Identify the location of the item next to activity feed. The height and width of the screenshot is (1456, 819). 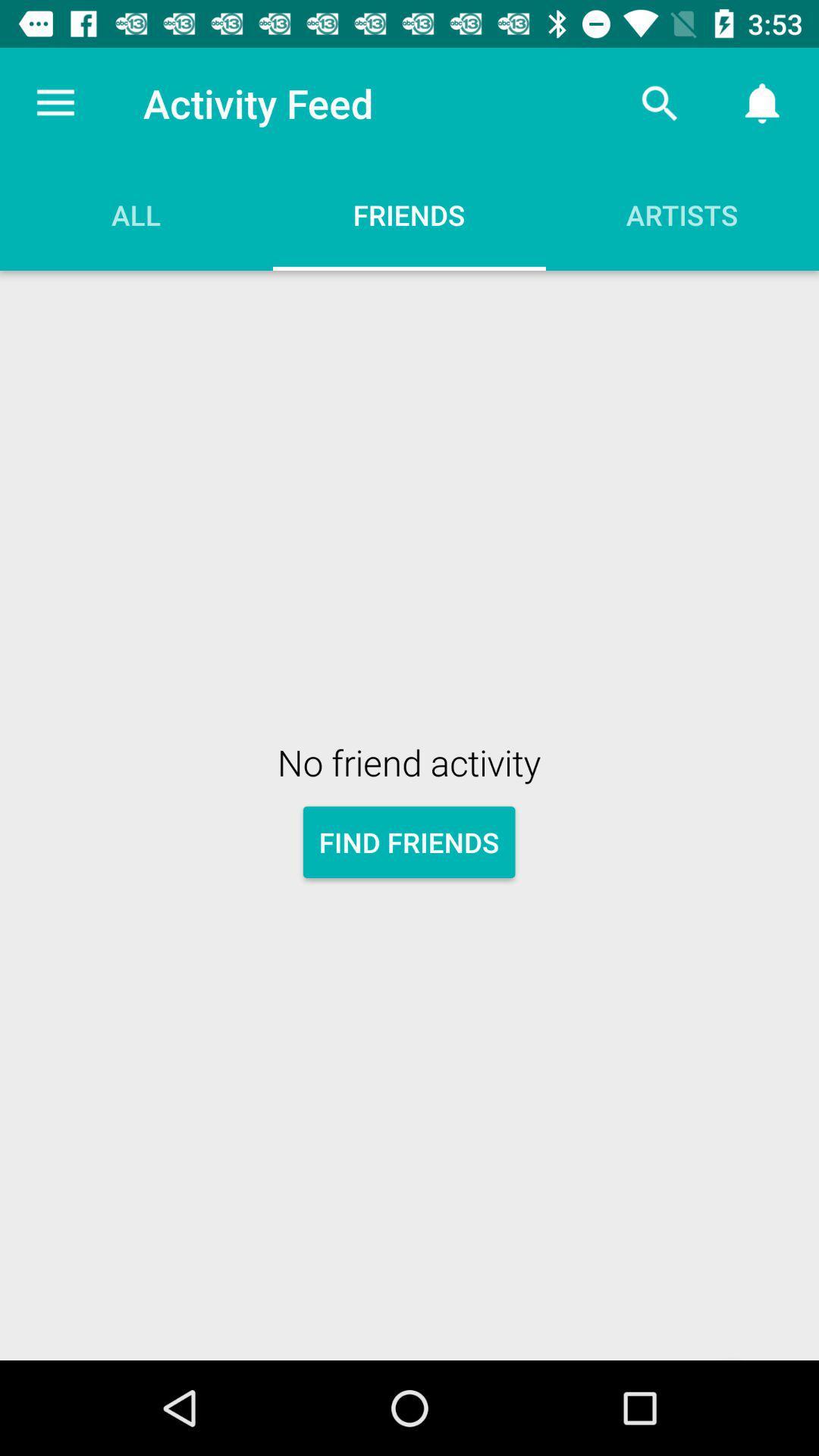
(55, 102).